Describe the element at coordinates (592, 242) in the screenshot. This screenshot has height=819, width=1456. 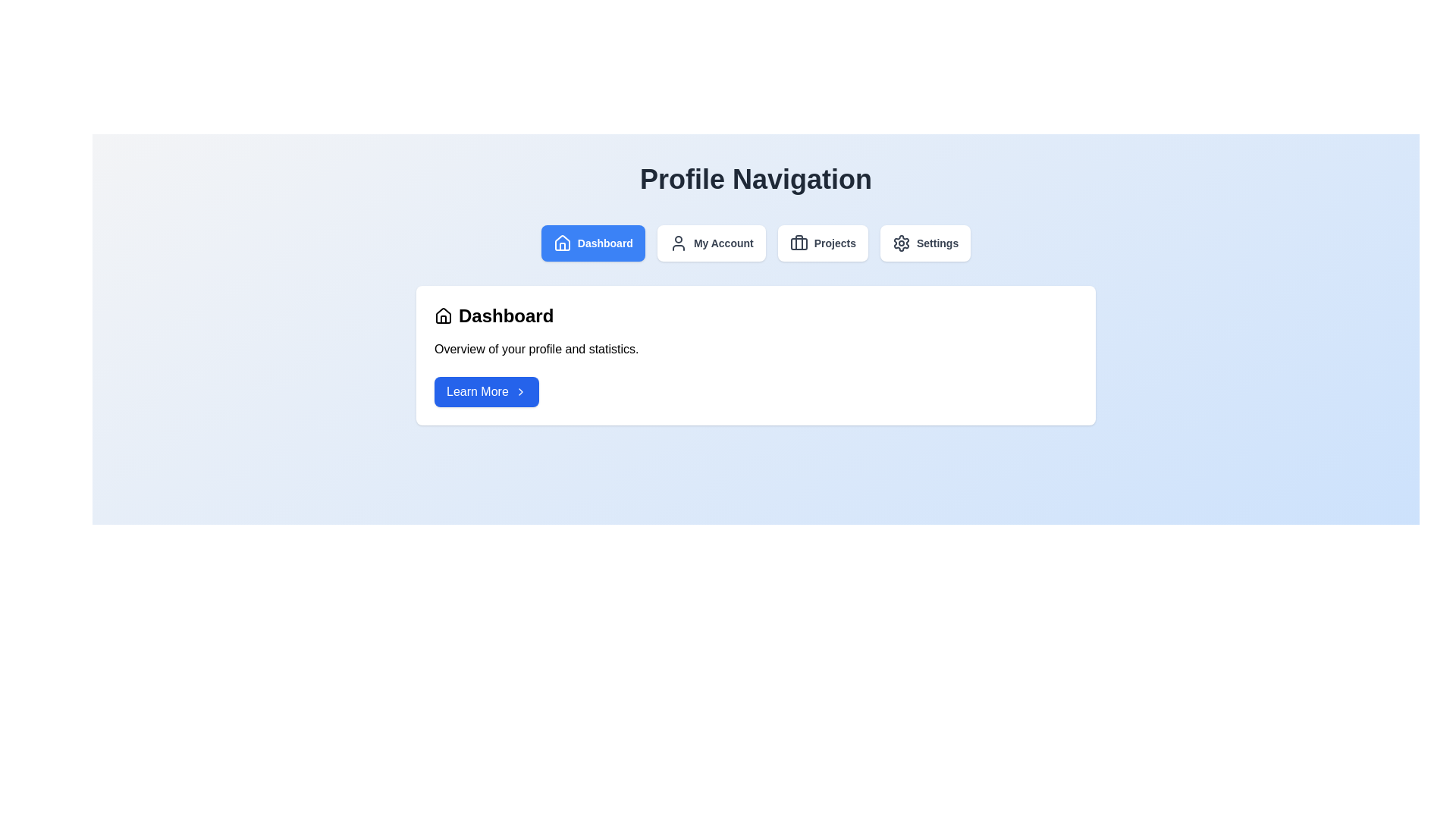
I see `the Navigation button labeled 'Dashboard' with a blue background and white text` at that location.